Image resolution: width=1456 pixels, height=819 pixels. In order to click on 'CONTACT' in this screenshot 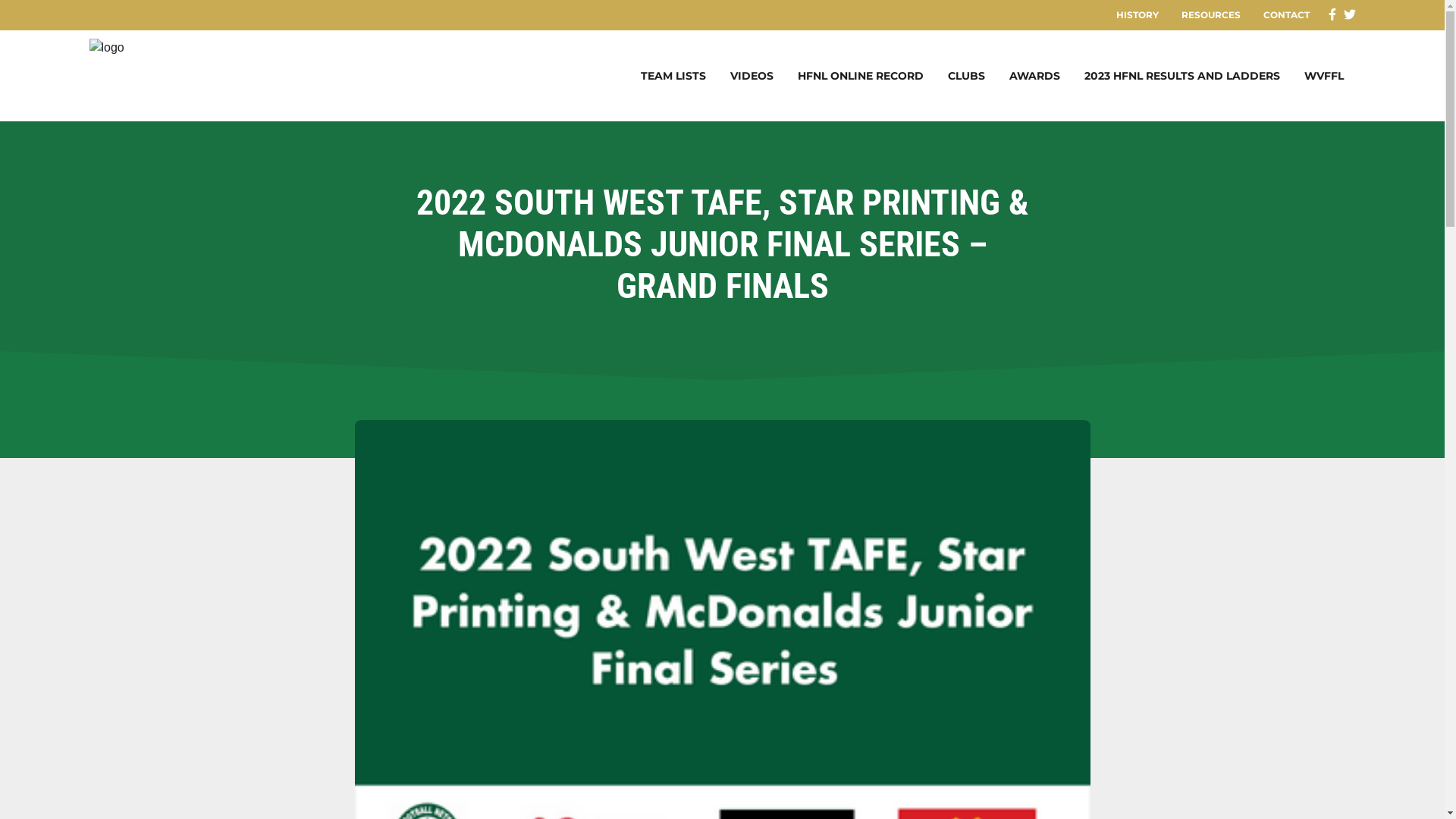, I will do `click(1285, 14)`.